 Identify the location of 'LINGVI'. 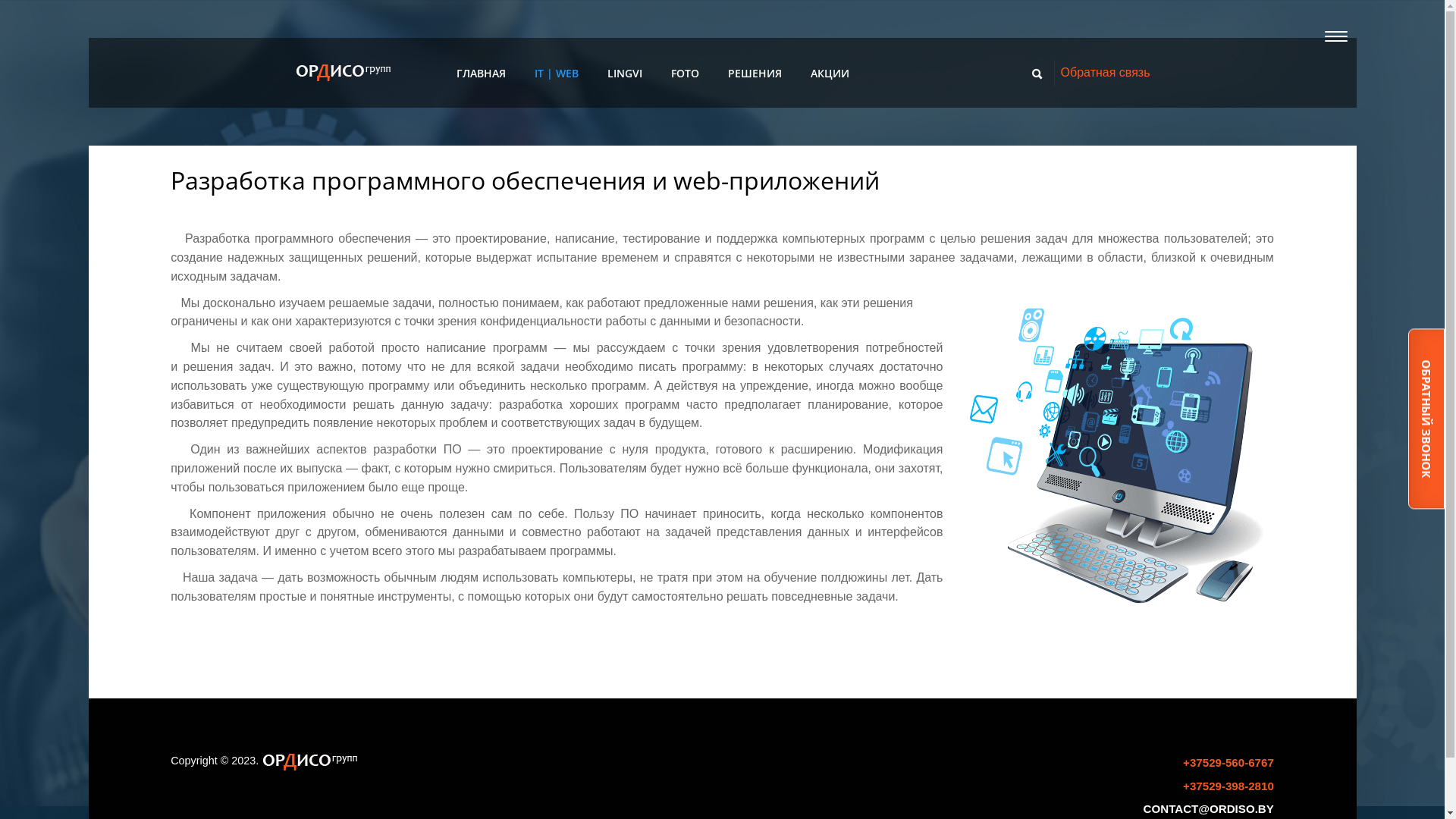
(607, 73).